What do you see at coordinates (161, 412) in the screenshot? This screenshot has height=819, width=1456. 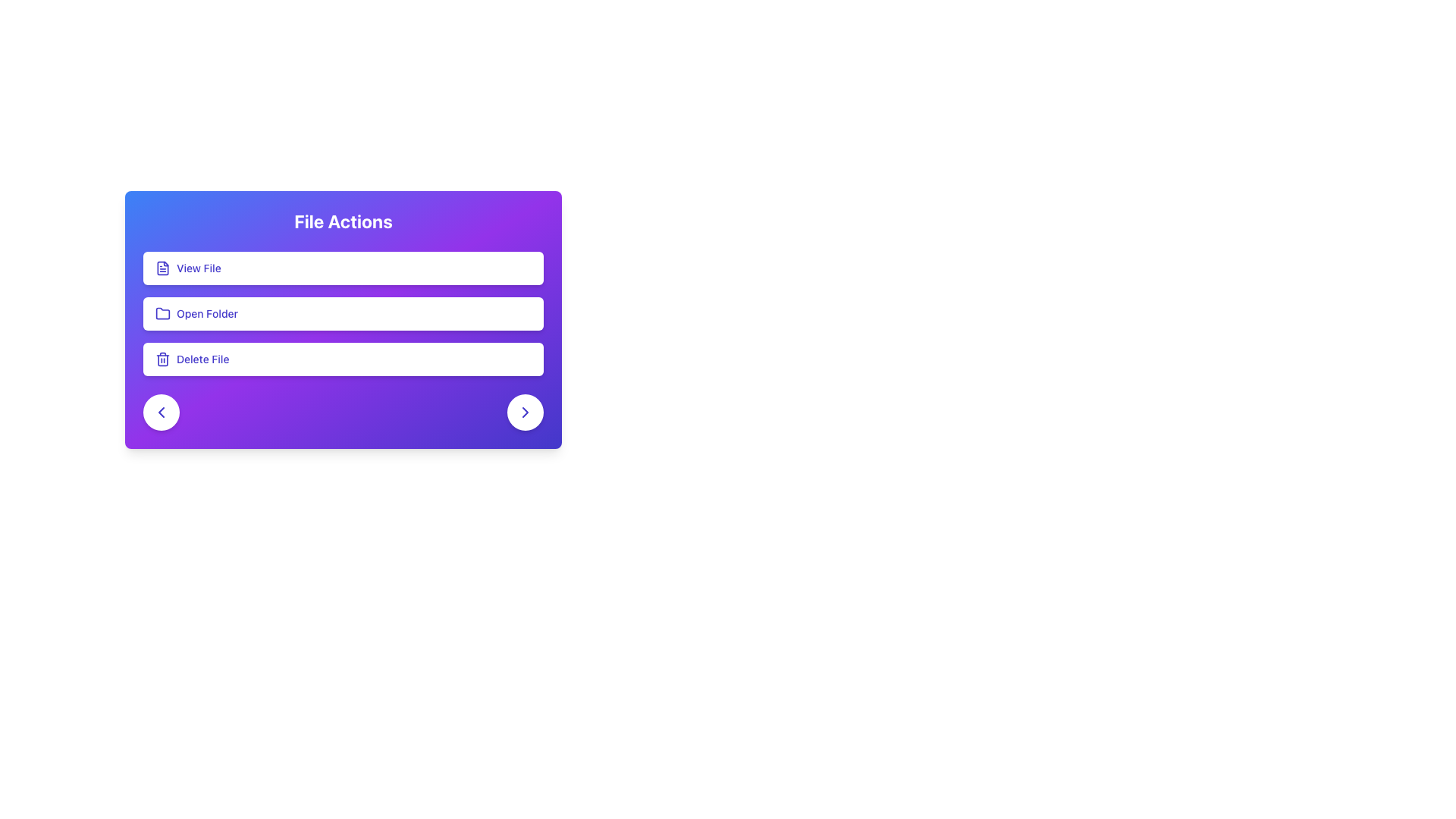 I see `the navigation icon located in the bottom-left corner of the card with a gradient purple background titled 'File Actions'` at bounding box center [161, 412].